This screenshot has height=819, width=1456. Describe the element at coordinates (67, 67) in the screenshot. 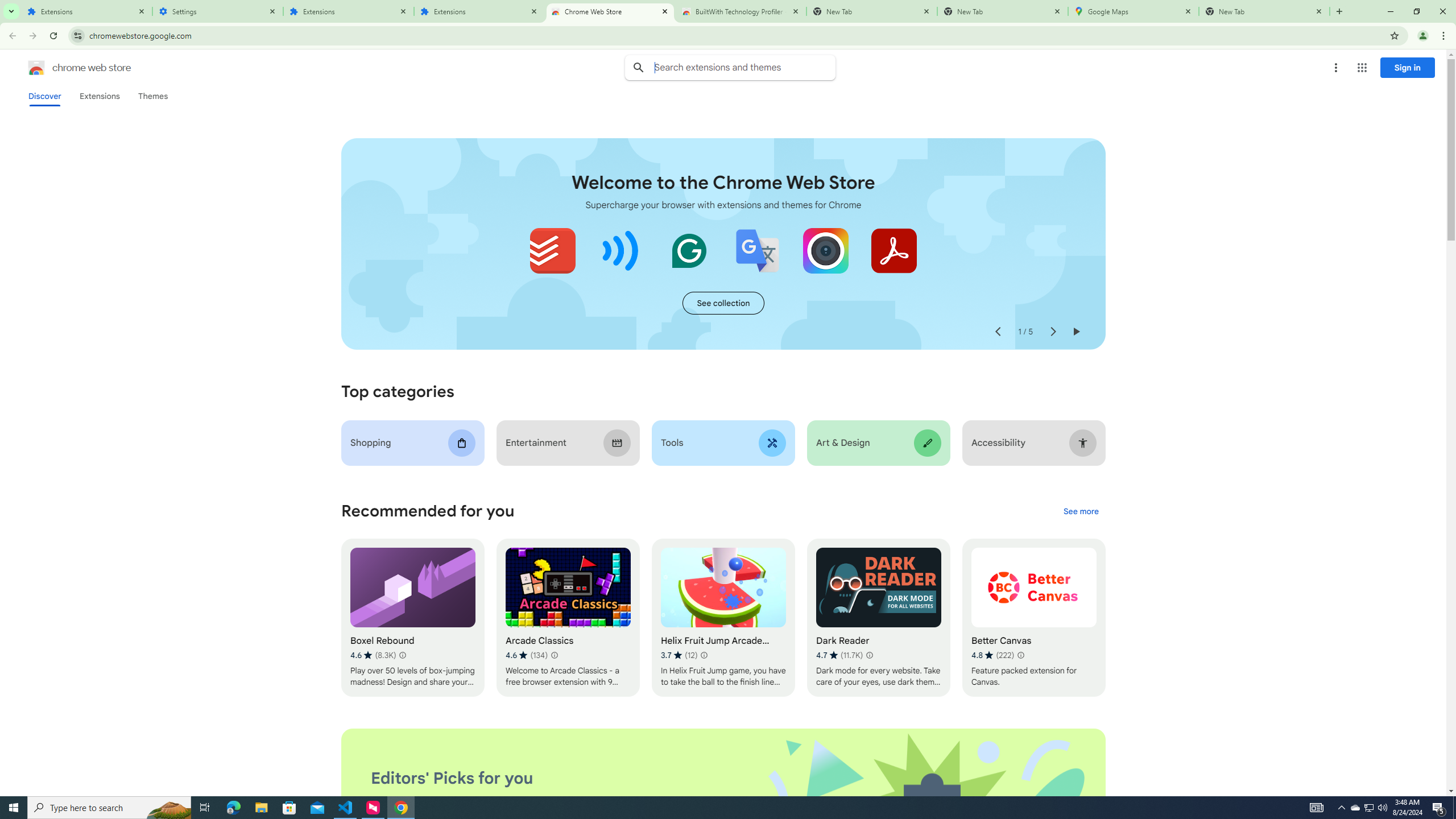

I see `'Chrome Web Store logo chrome web store'` at that location.